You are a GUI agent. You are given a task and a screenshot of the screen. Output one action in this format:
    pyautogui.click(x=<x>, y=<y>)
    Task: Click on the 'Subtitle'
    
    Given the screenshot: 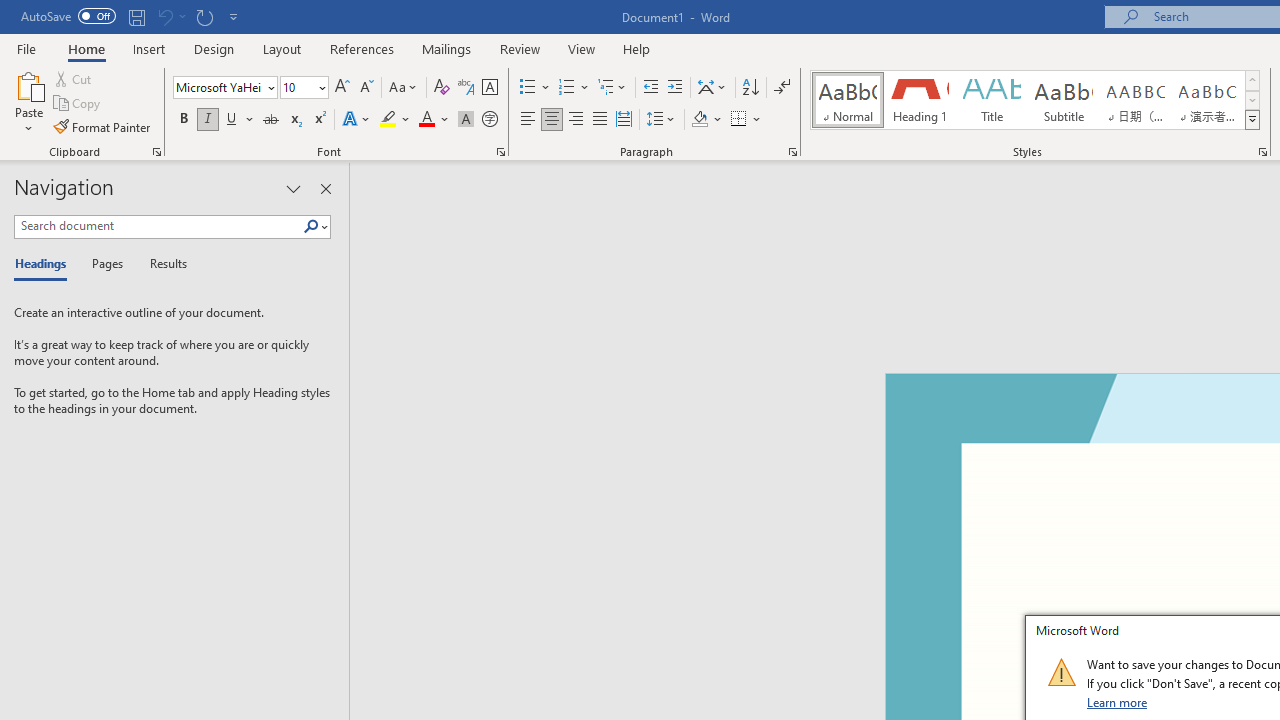 What is the action you would take?
    pyautogui.click(x=1062, y=100)
    